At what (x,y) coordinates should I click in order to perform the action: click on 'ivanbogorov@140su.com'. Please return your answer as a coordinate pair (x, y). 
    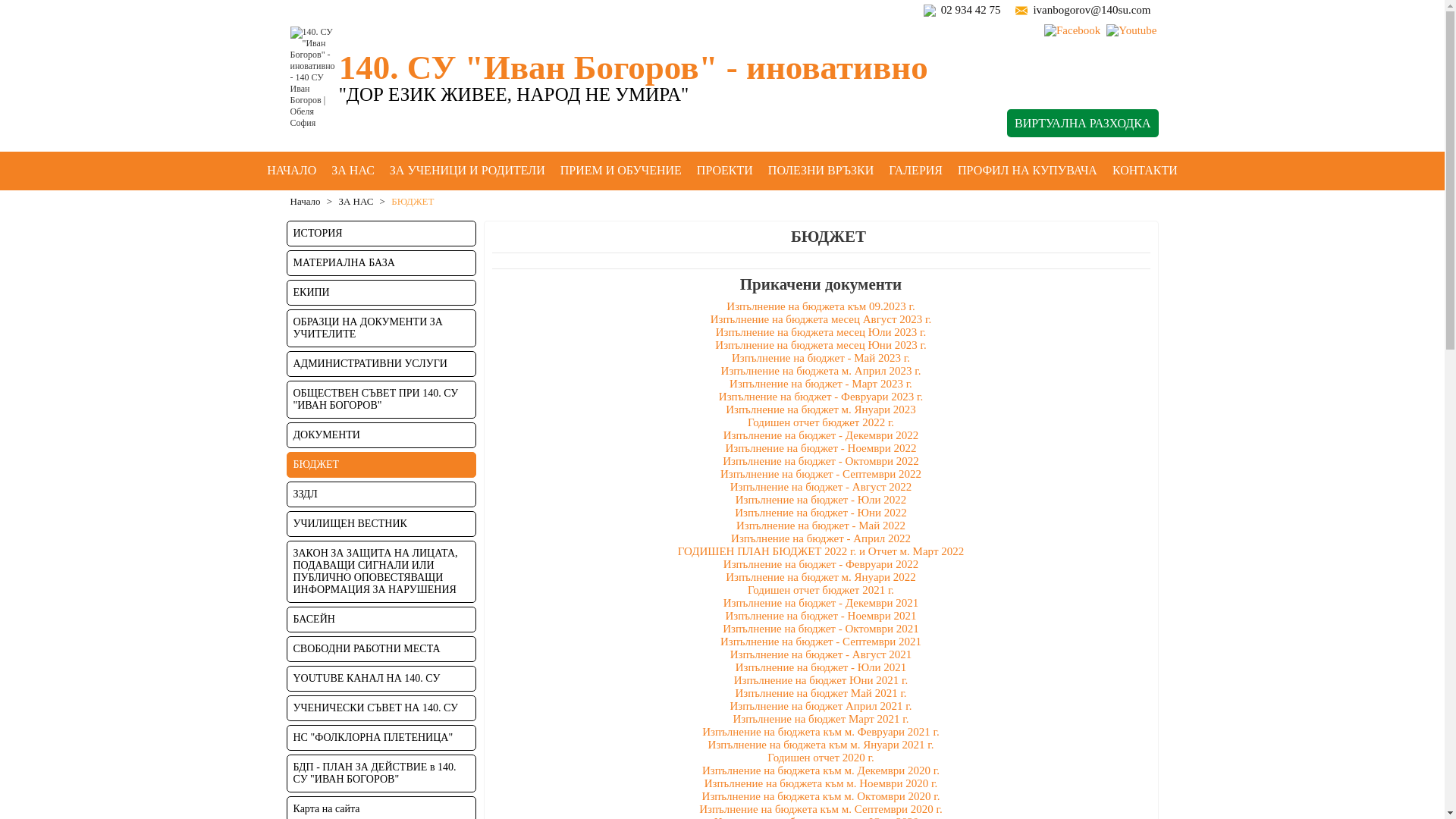
    Looking at the image, I should click on (1090, 9).